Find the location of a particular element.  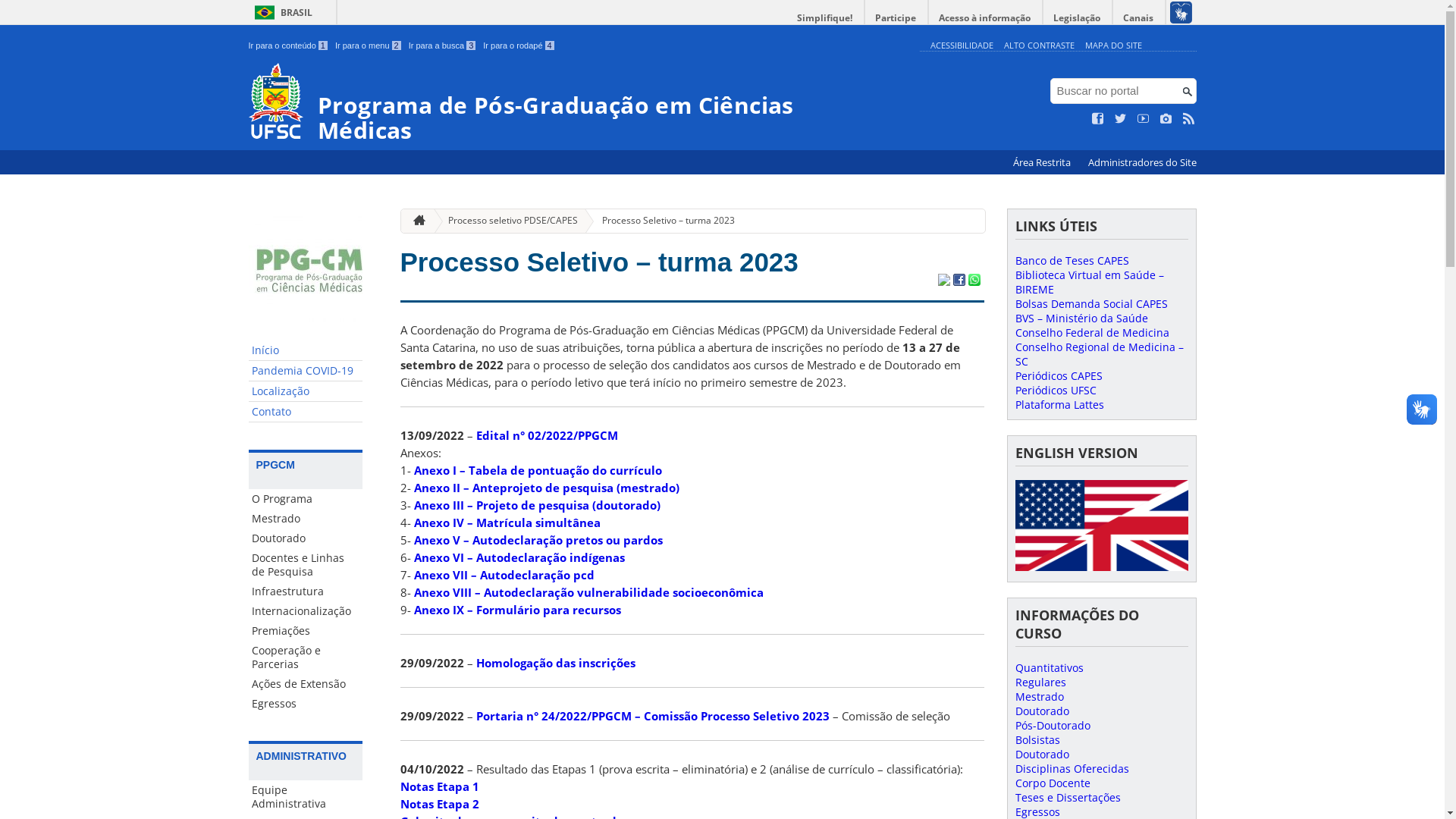

'Ir para o menu 2' is located at coordinates (334, 45).